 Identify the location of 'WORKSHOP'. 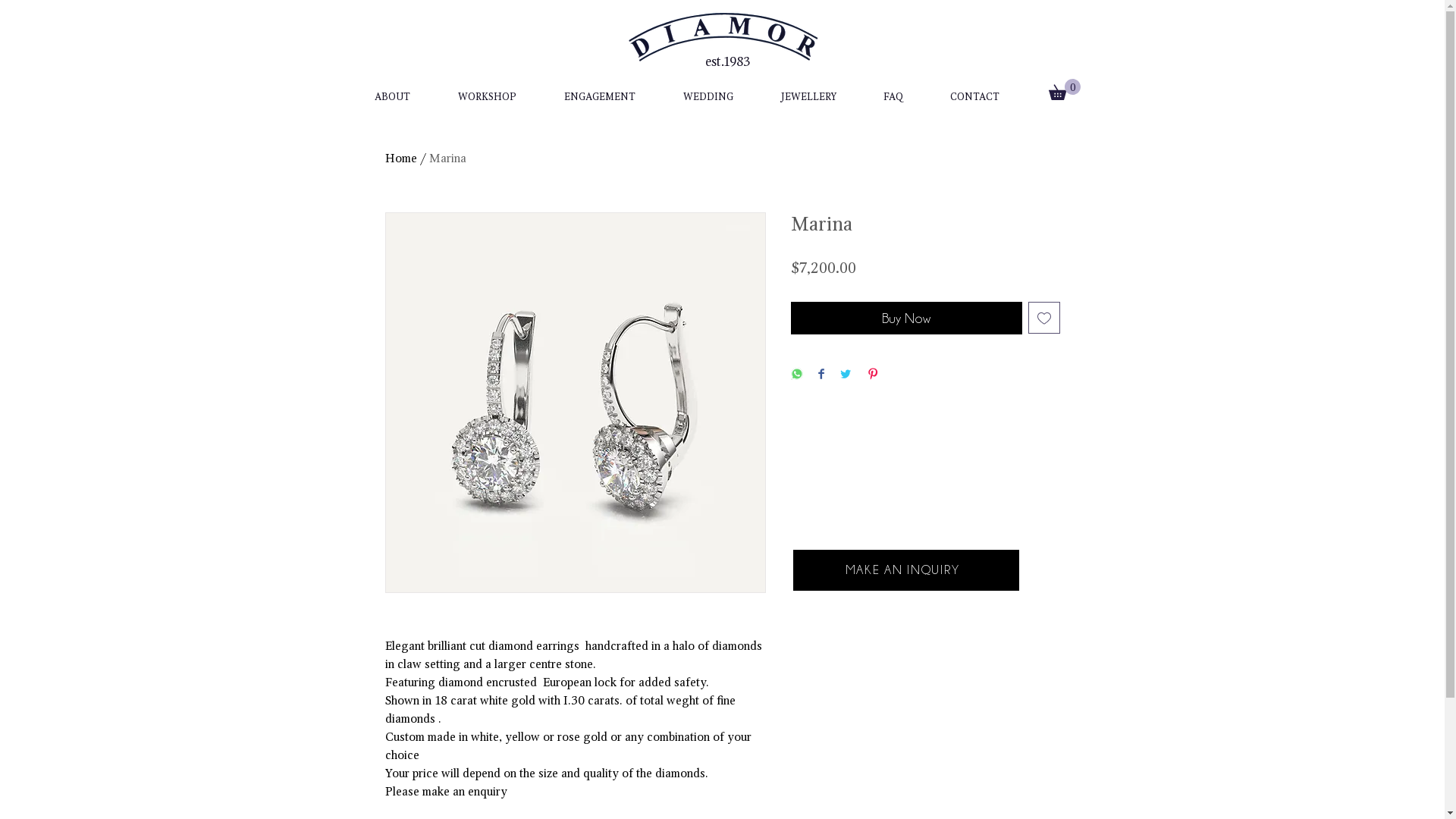
(487, 89).